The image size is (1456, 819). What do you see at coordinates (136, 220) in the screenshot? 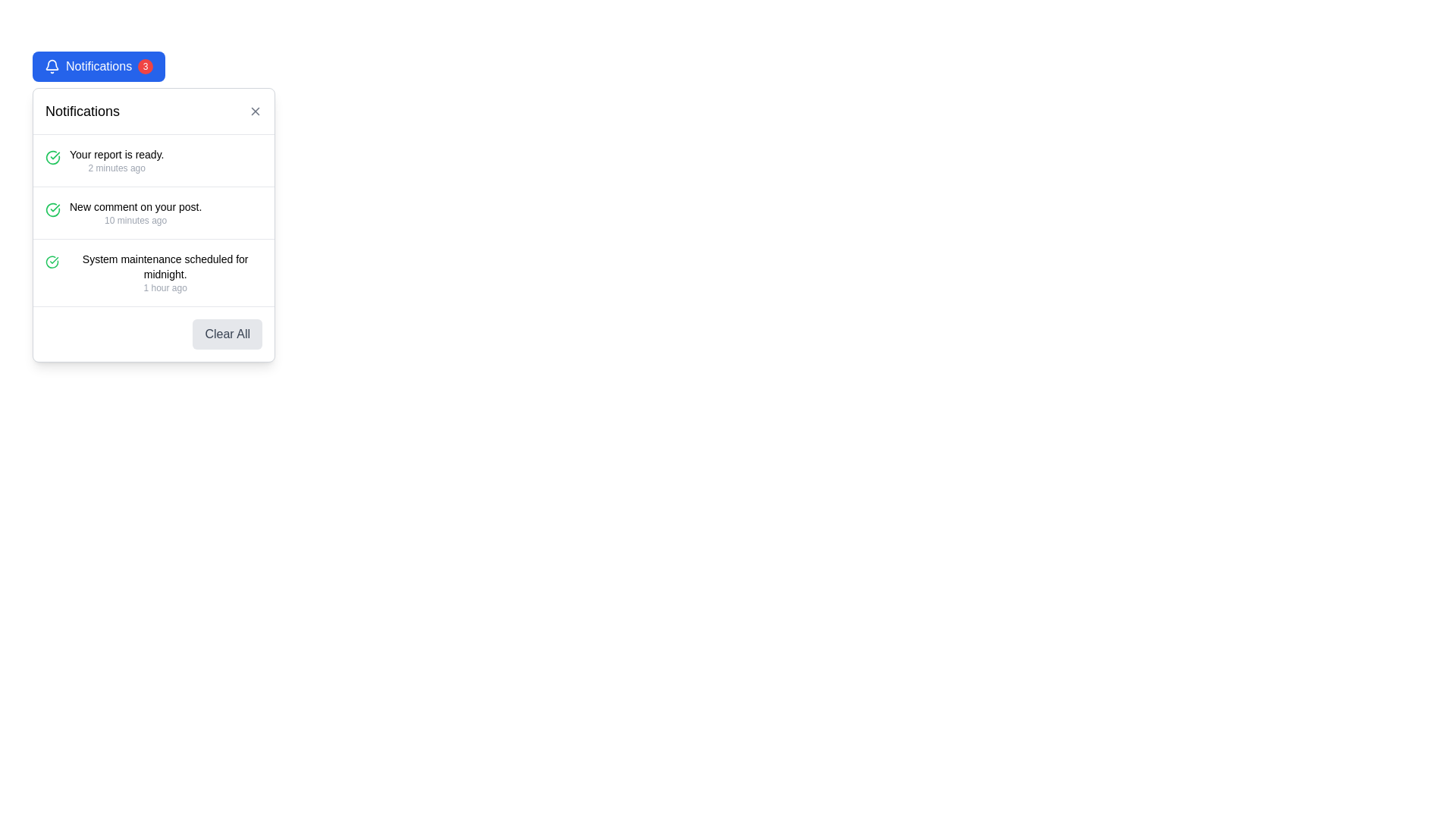
I see `timestamp displayed underneath the phrase 'New comment on your post.' within the notification box` at bounding box center [136, 220].